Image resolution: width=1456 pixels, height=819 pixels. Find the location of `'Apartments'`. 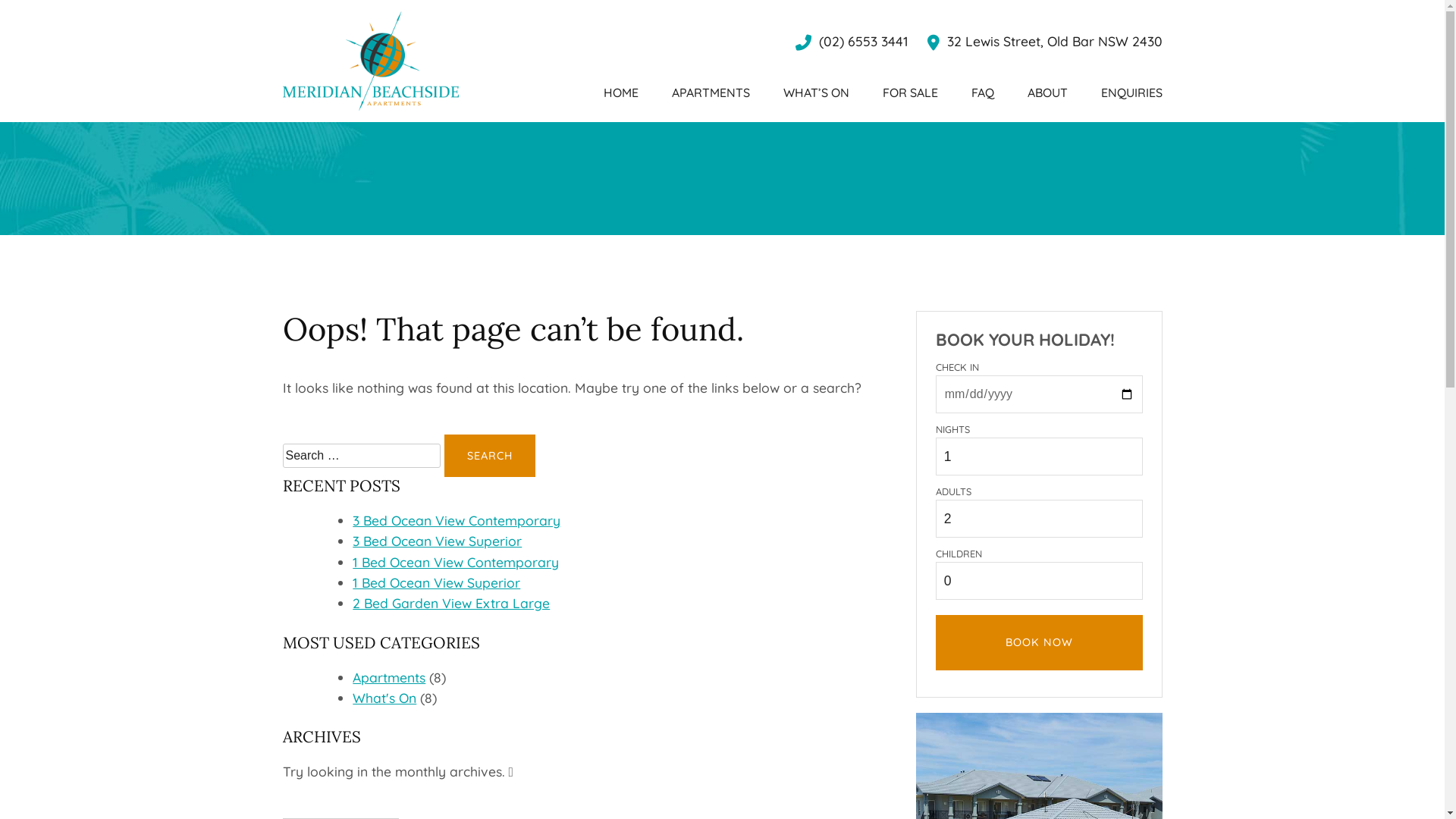

'Apartments' is located at coordinates (389, 676).